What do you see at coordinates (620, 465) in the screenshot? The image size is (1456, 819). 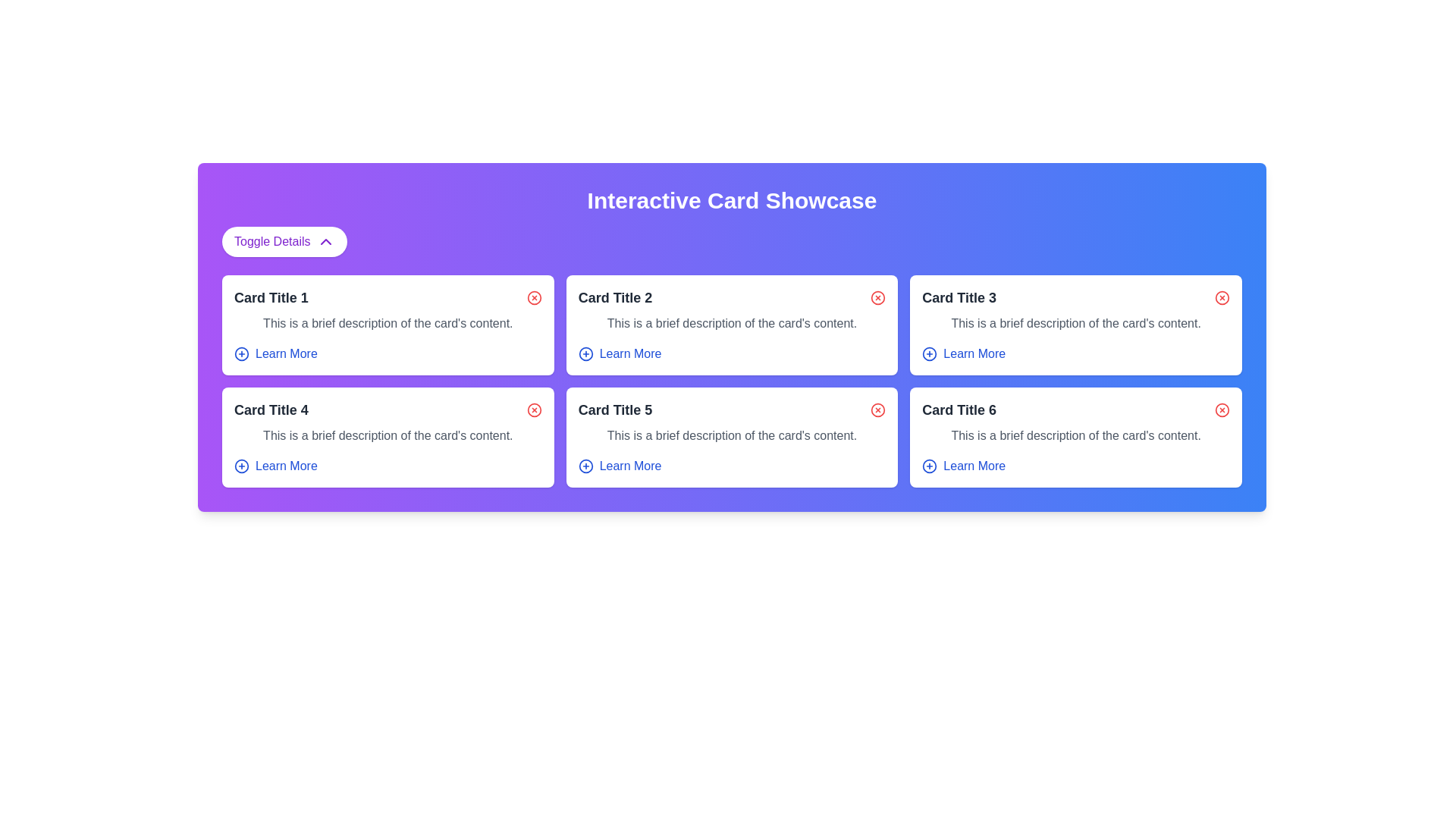 I see `the 'Learn More' link with a plus icon located at the bottom-right corner of 'Card Title 5'` at bounding box center [620, 465].